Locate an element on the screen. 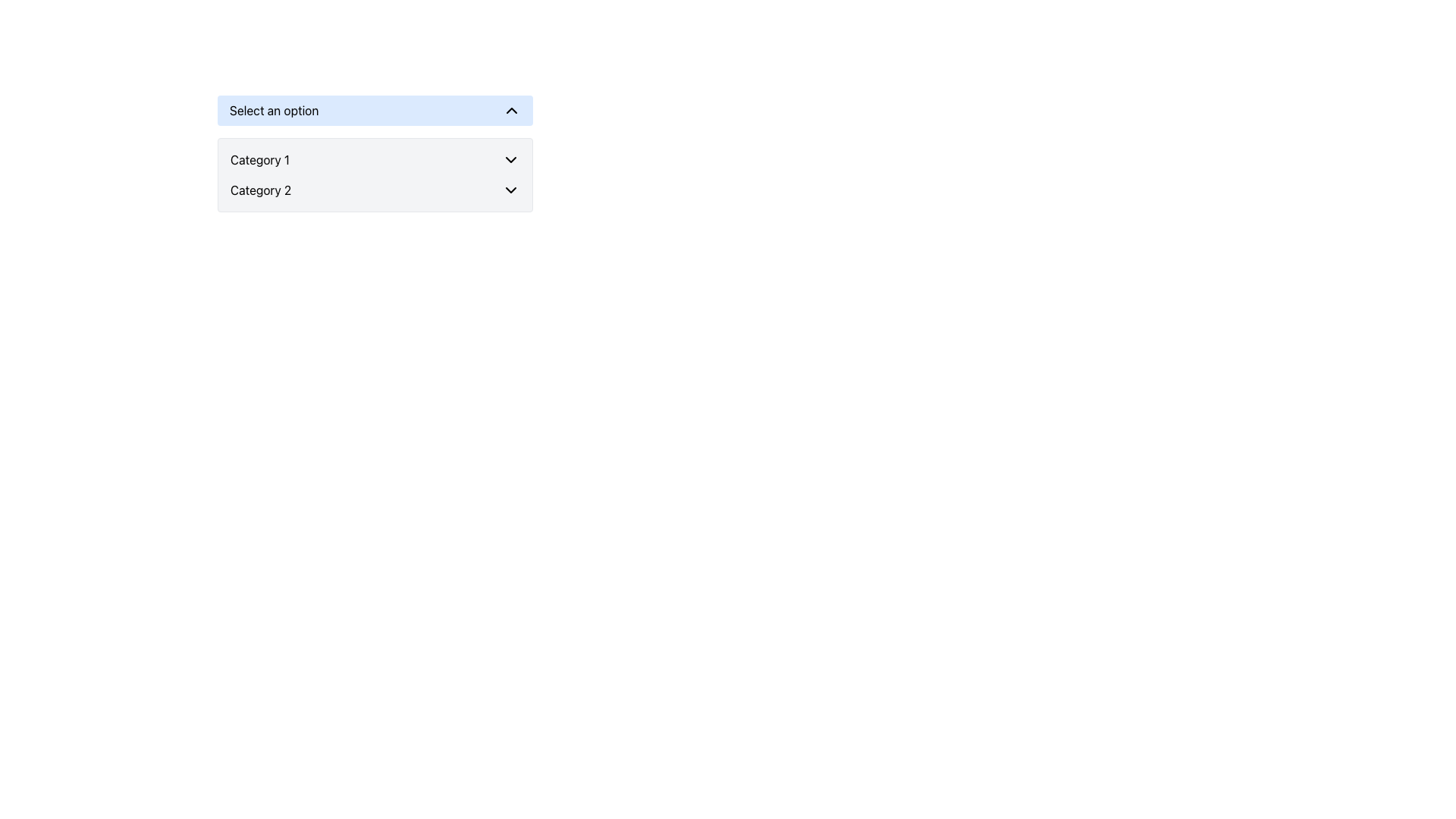 The height and width of the screenshot is (819, 1456). the non-interactive text label indicating the second category within the dropdown menu, located directly below the 'Category 1' label is located at coordinates (261, 189).